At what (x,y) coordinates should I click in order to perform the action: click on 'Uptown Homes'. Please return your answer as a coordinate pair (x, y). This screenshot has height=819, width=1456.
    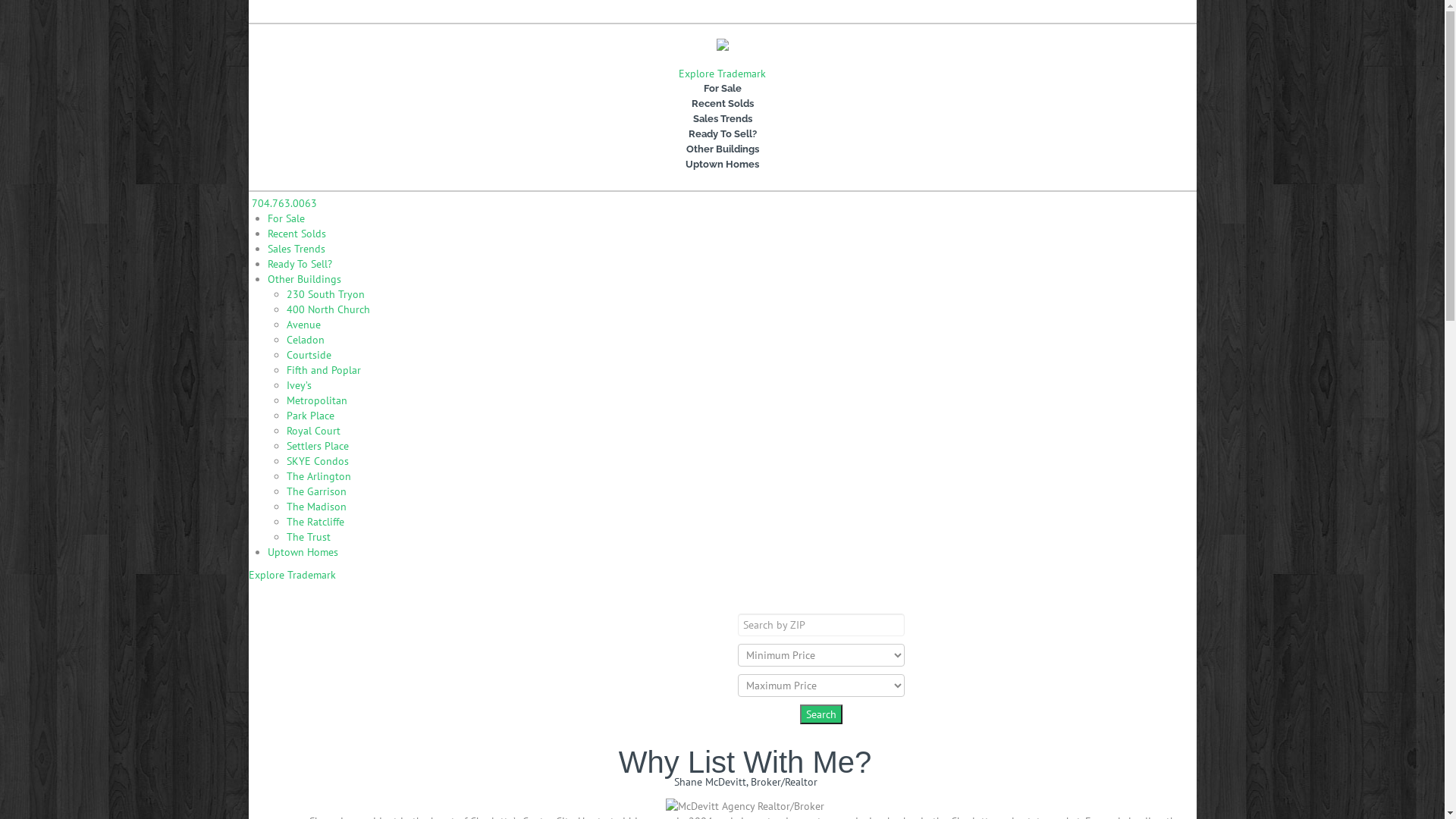
    Looking at the image, I should click on (279, 164).